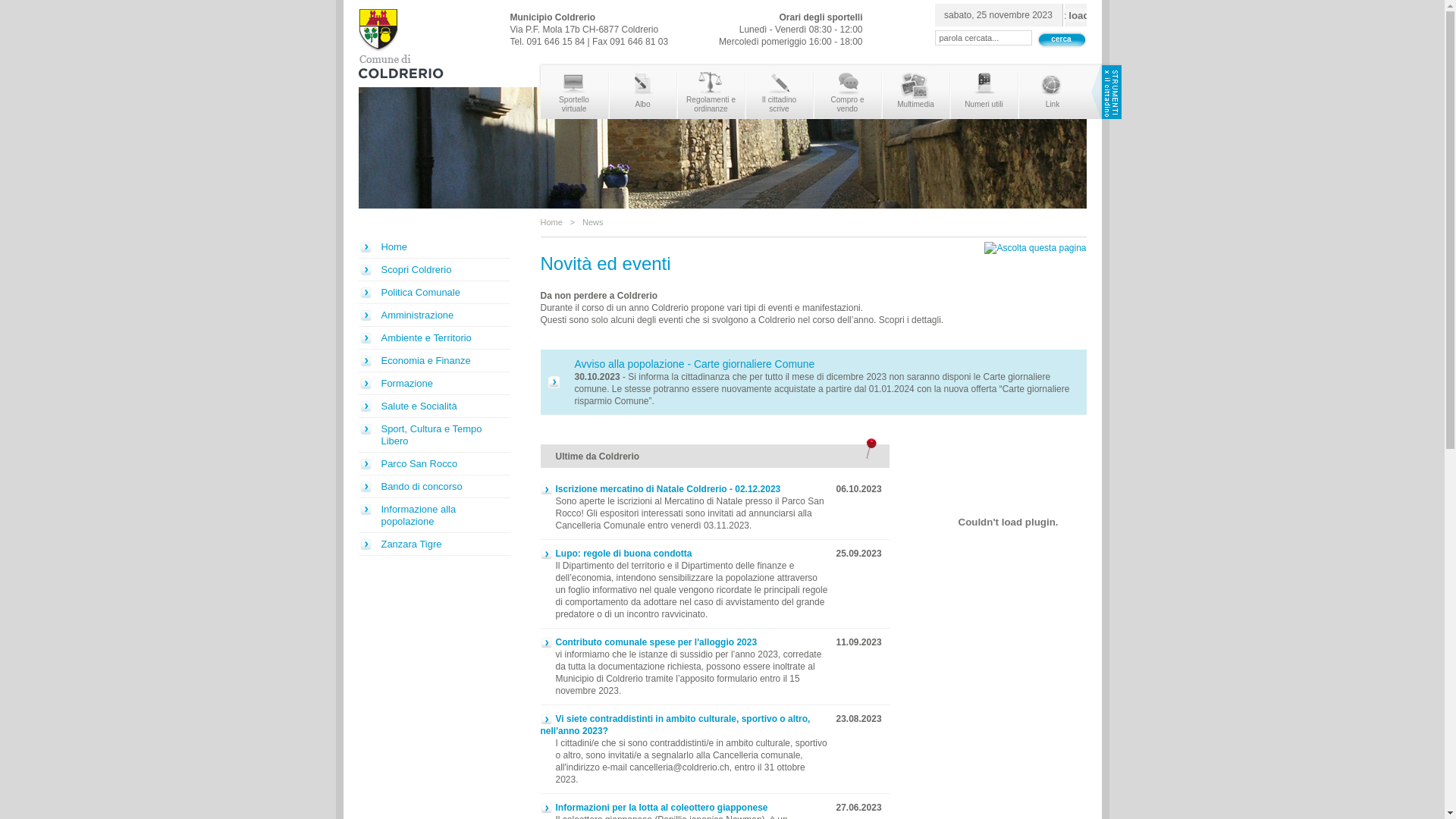 The height and width of the screenshot is (819, 1456). I want to click on 'Informazione alla popolazione', so click(432, 514).